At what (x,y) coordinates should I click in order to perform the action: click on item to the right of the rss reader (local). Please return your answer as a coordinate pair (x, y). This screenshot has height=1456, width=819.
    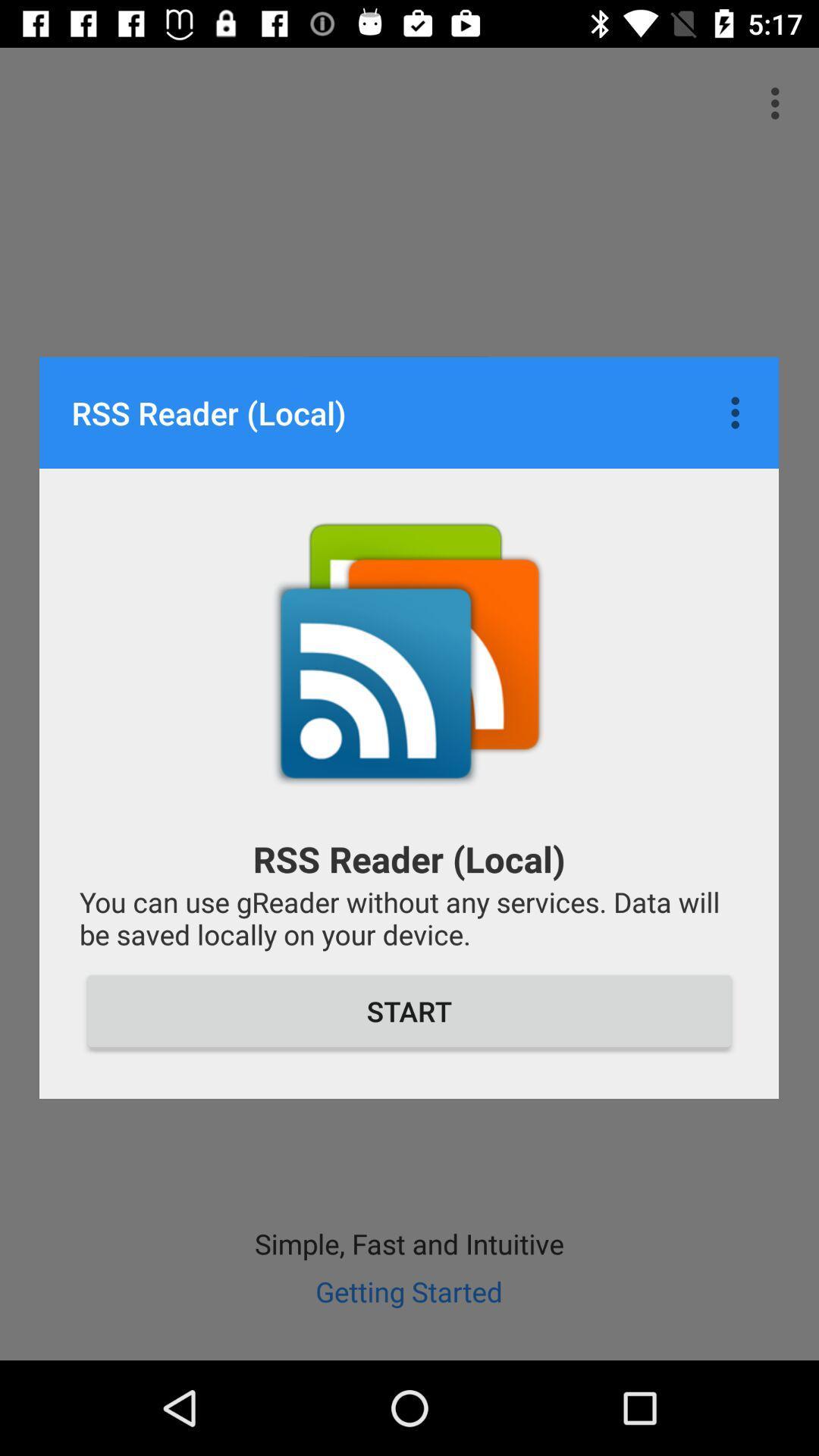
    Looking at the image, I should click on (739, 413).